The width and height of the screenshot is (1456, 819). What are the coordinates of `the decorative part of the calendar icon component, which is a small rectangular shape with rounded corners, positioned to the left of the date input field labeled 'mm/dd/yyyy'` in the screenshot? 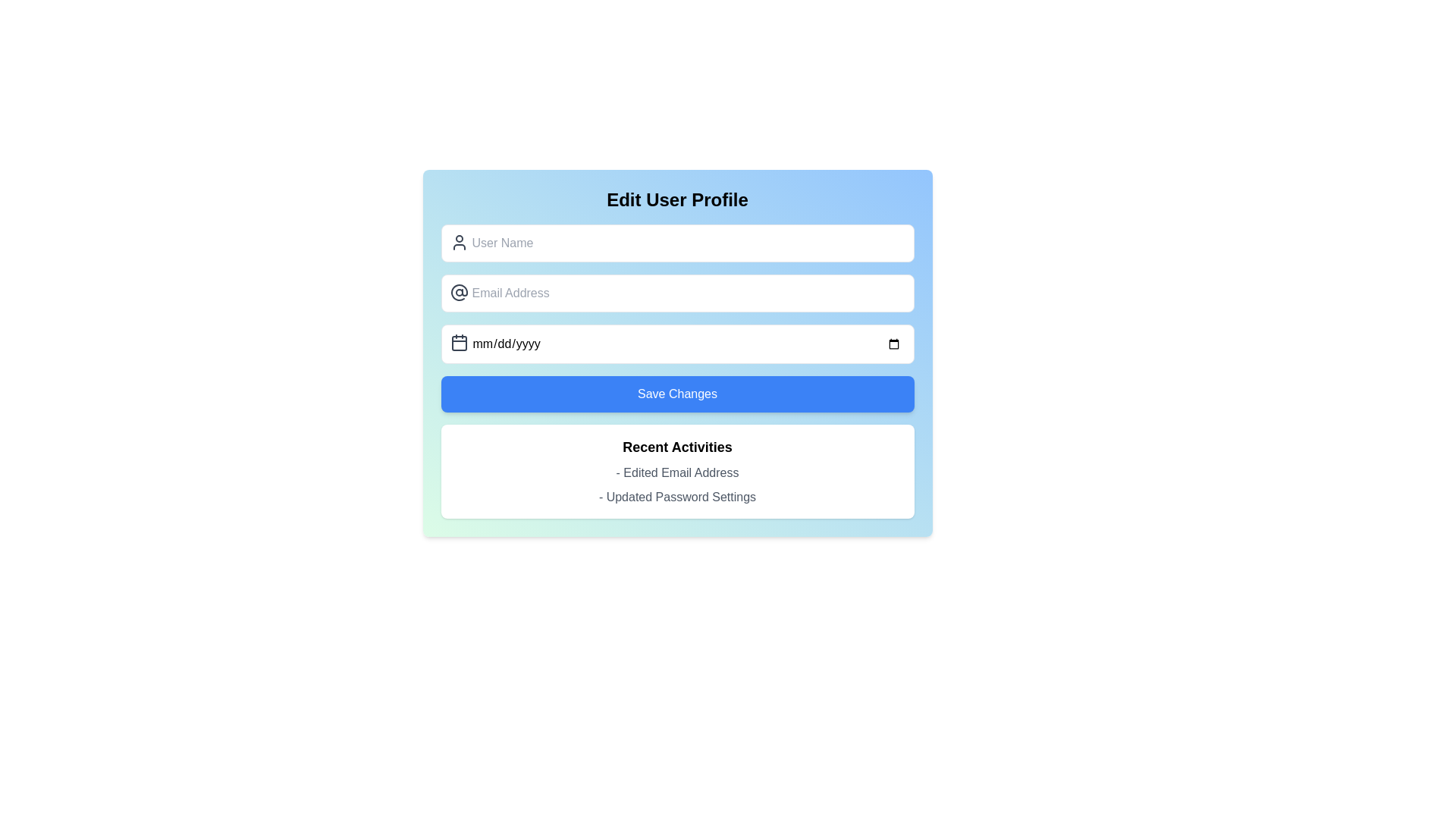 It's located at (458, 343).